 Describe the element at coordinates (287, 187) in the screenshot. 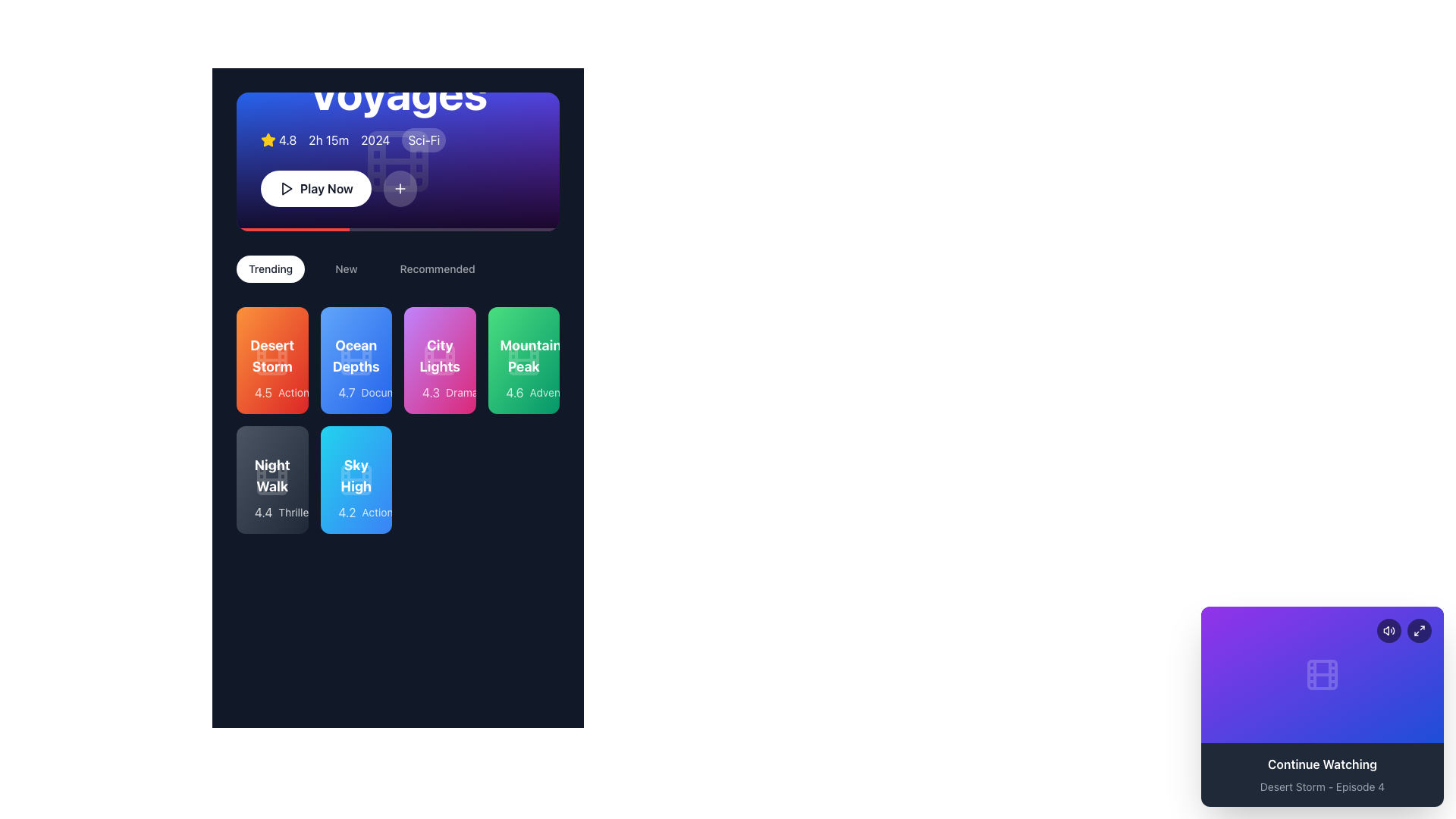

I see `the play icon located within the circular 'Play Now' button in the main header section to initiate media playback` at that location.